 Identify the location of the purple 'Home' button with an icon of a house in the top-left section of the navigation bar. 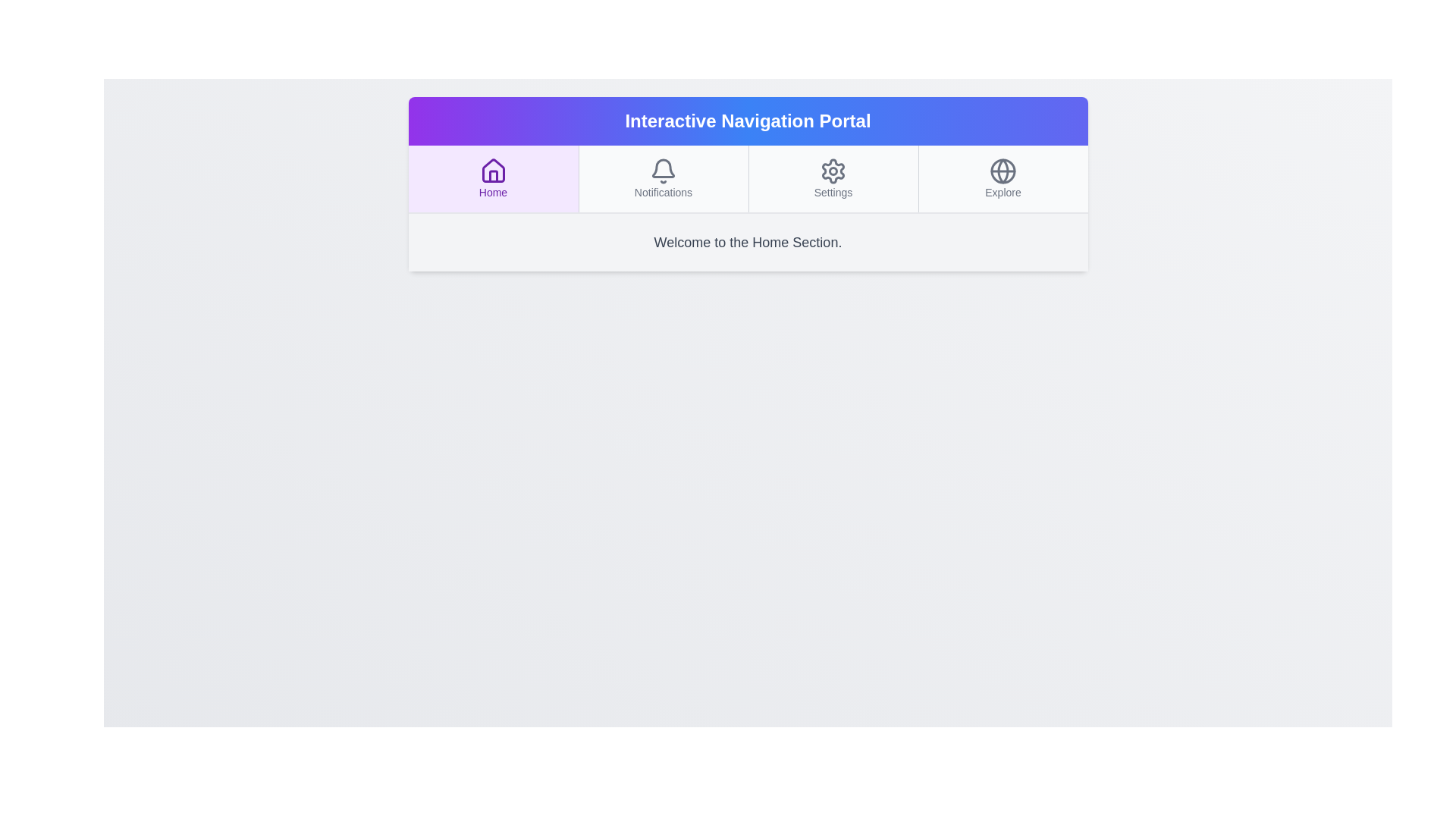
(493, 177).